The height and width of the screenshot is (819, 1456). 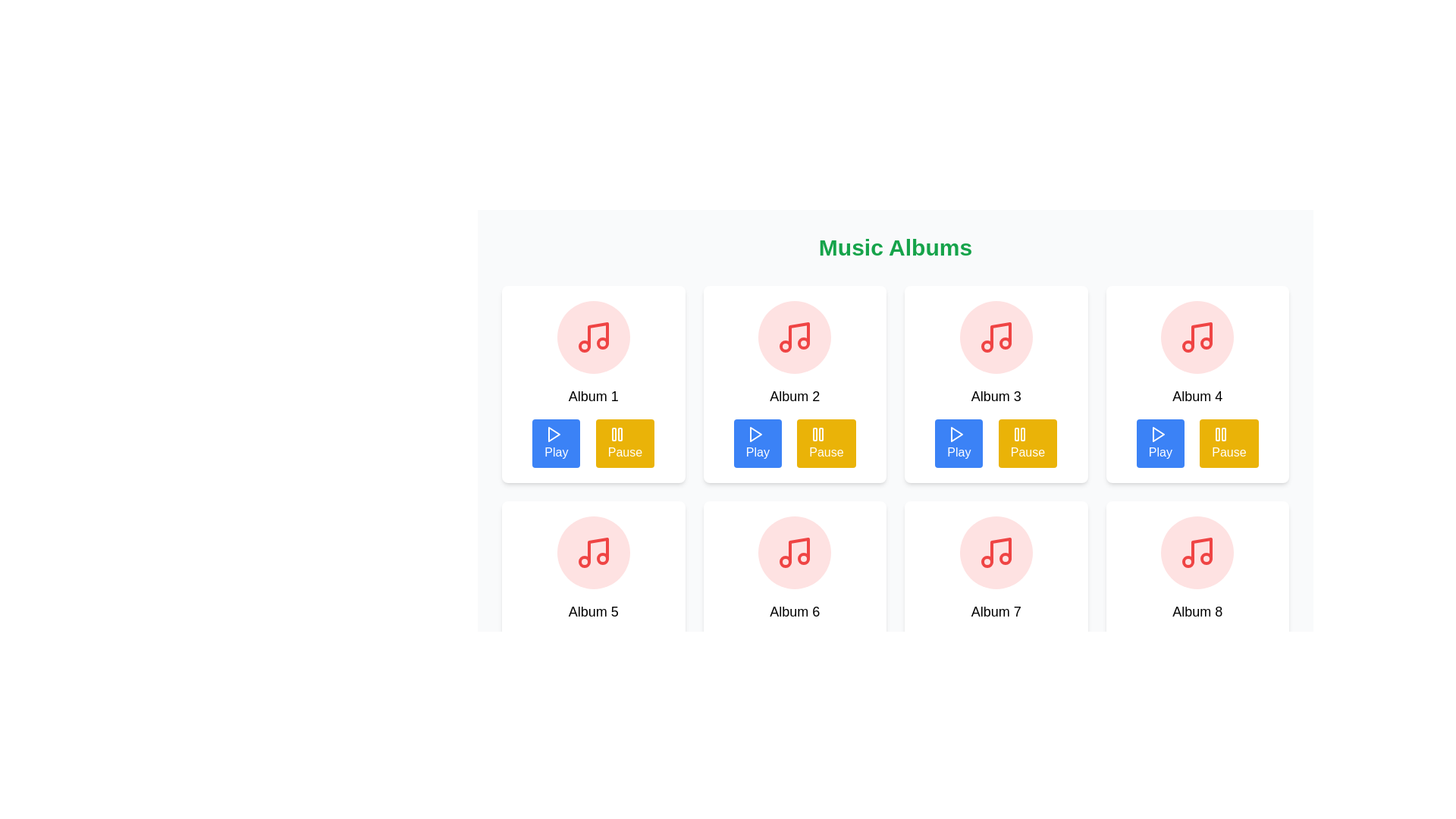 What do you see at coordinates (620, 435) in the screenshot?
I see `the right segment of the pause button, which is a yellow rectangle adjacent to the blue 'Play' button` at bounding box center [620, 435].